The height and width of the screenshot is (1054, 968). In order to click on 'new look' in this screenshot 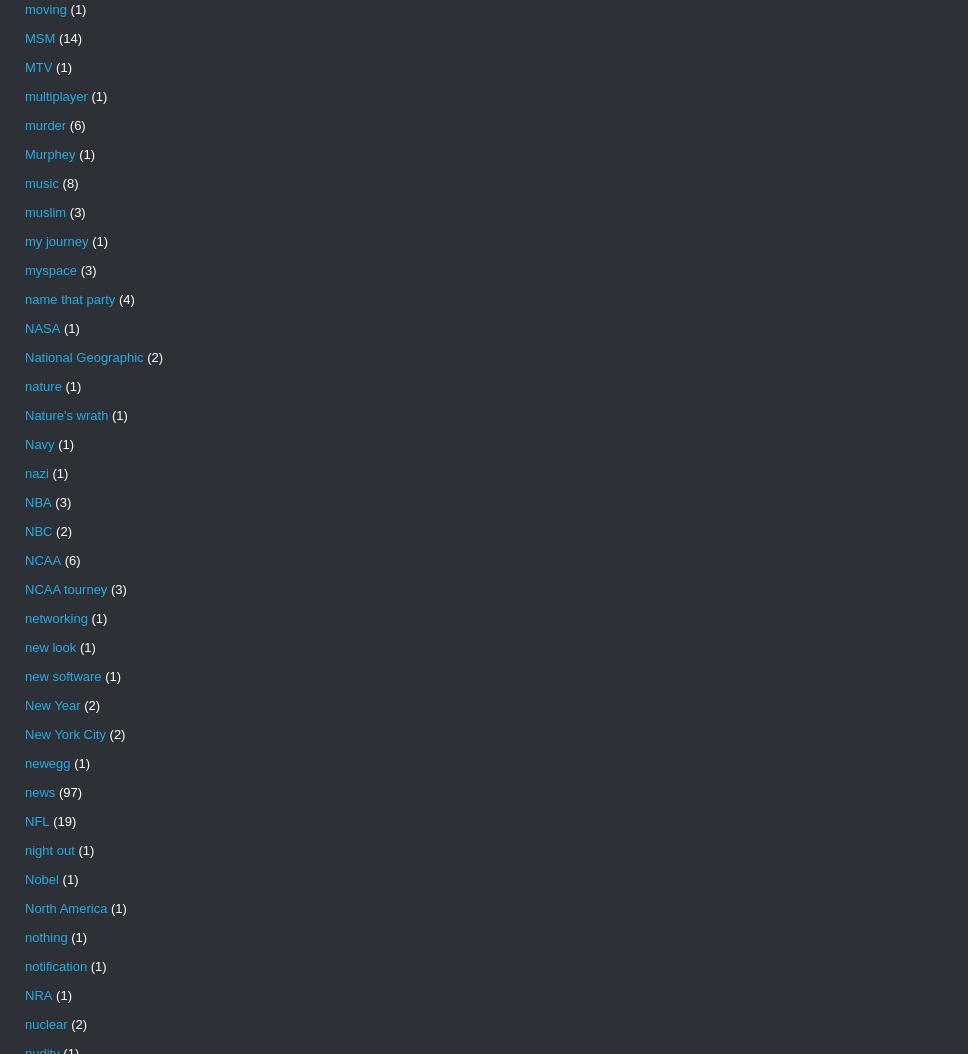, I will do `click(49, 647)`.